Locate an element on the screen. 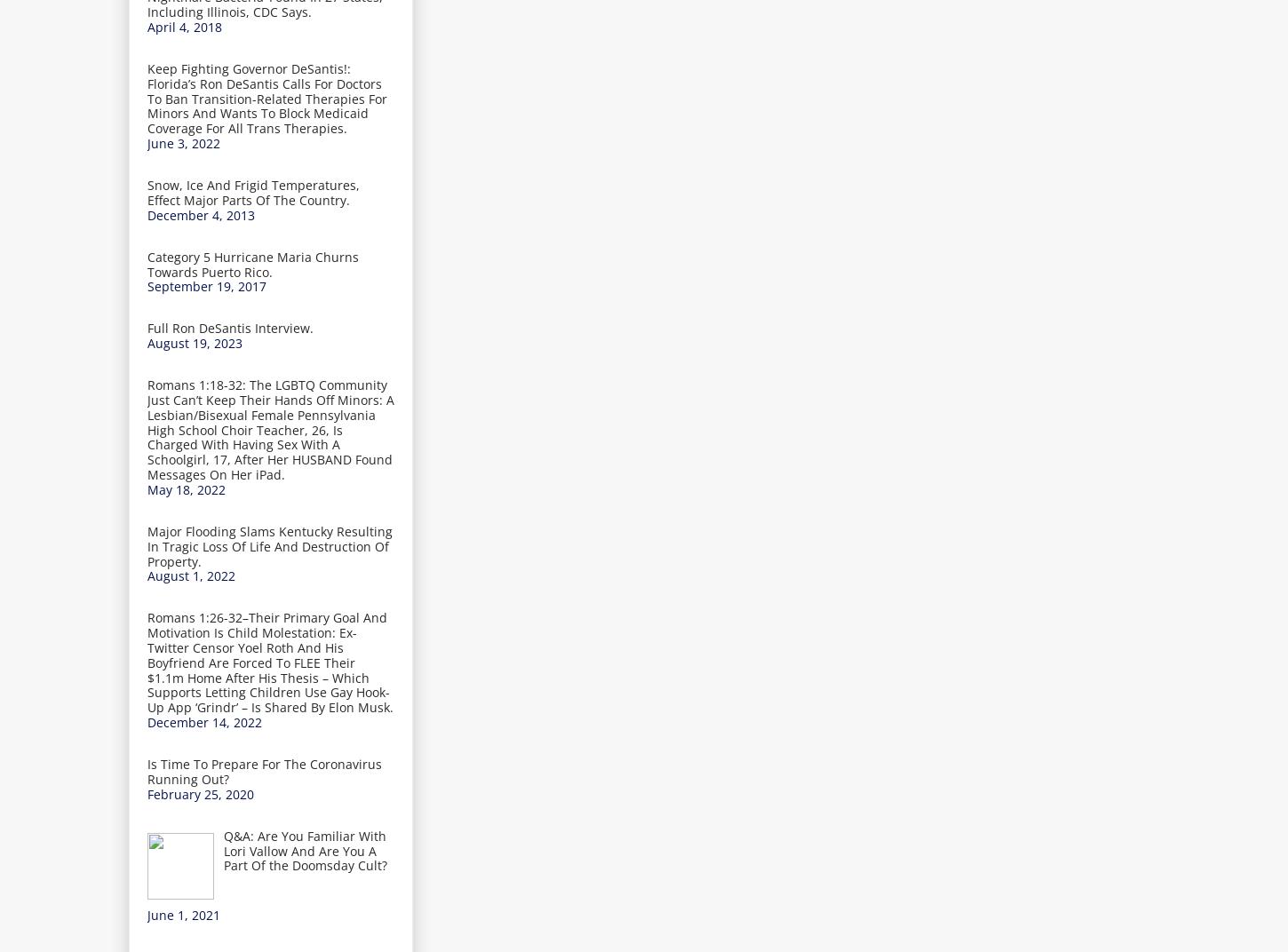 The width and height of the screenshot is (1288, 952). 'June 3, 2022' is located at coordinates (147, 141).